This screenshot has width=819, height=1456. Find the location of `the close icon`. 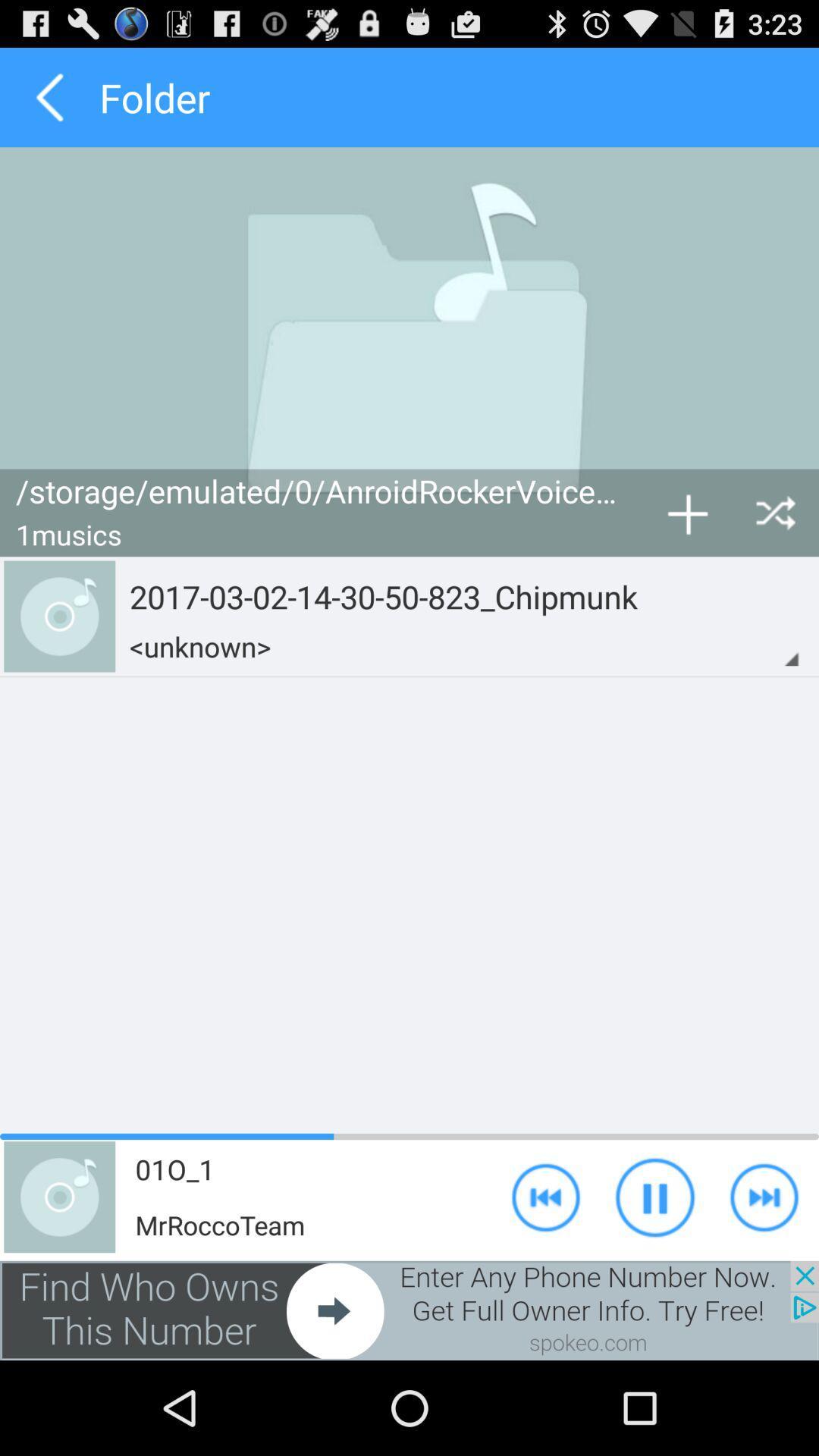

the close icon is located at coordinates (775, 548).